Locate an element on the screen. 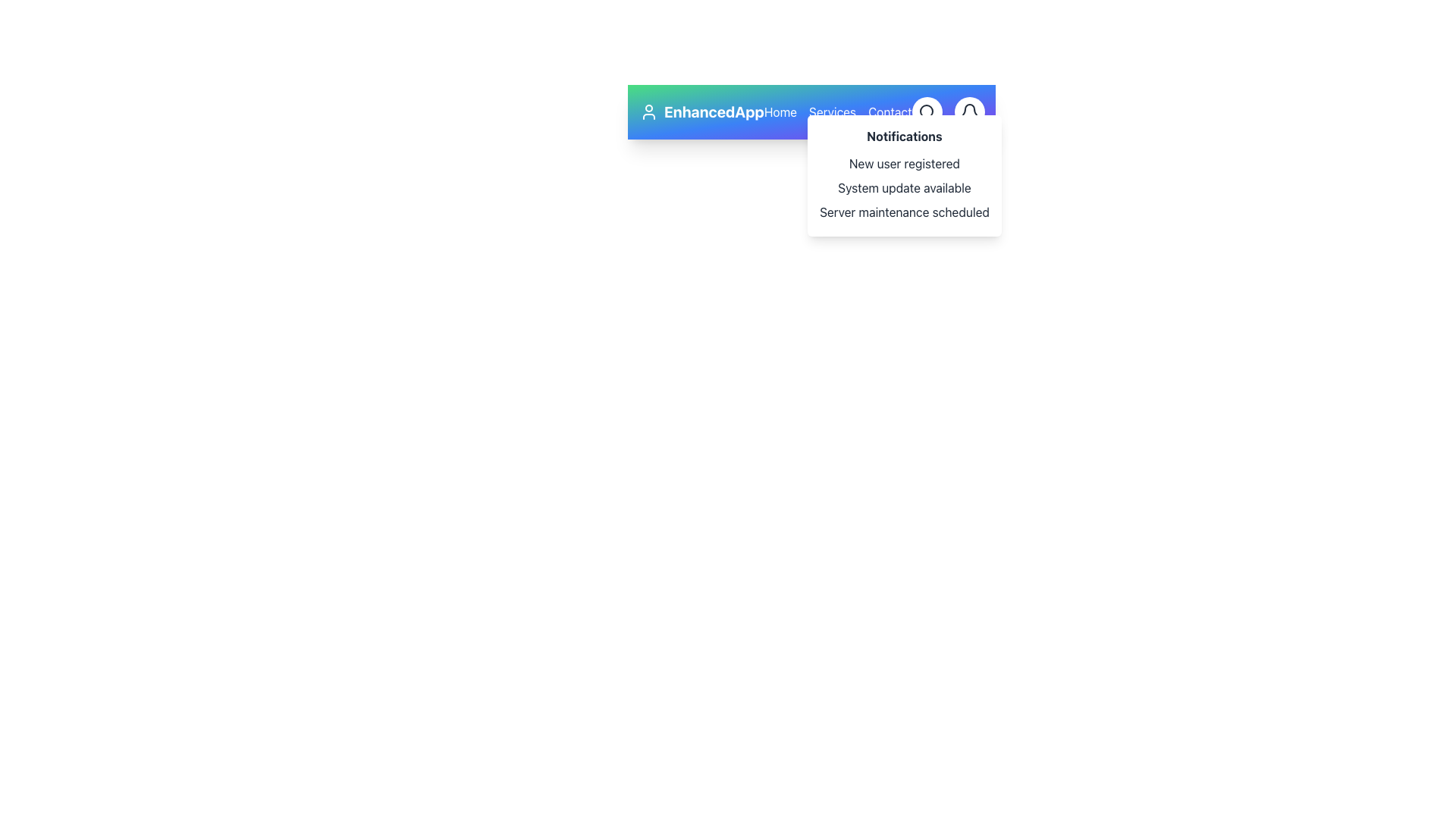 The image size is (1456, 819). the 'Notifications' dropdown panel located at the top-right corner of the interface is located at coordinates (905, 174).